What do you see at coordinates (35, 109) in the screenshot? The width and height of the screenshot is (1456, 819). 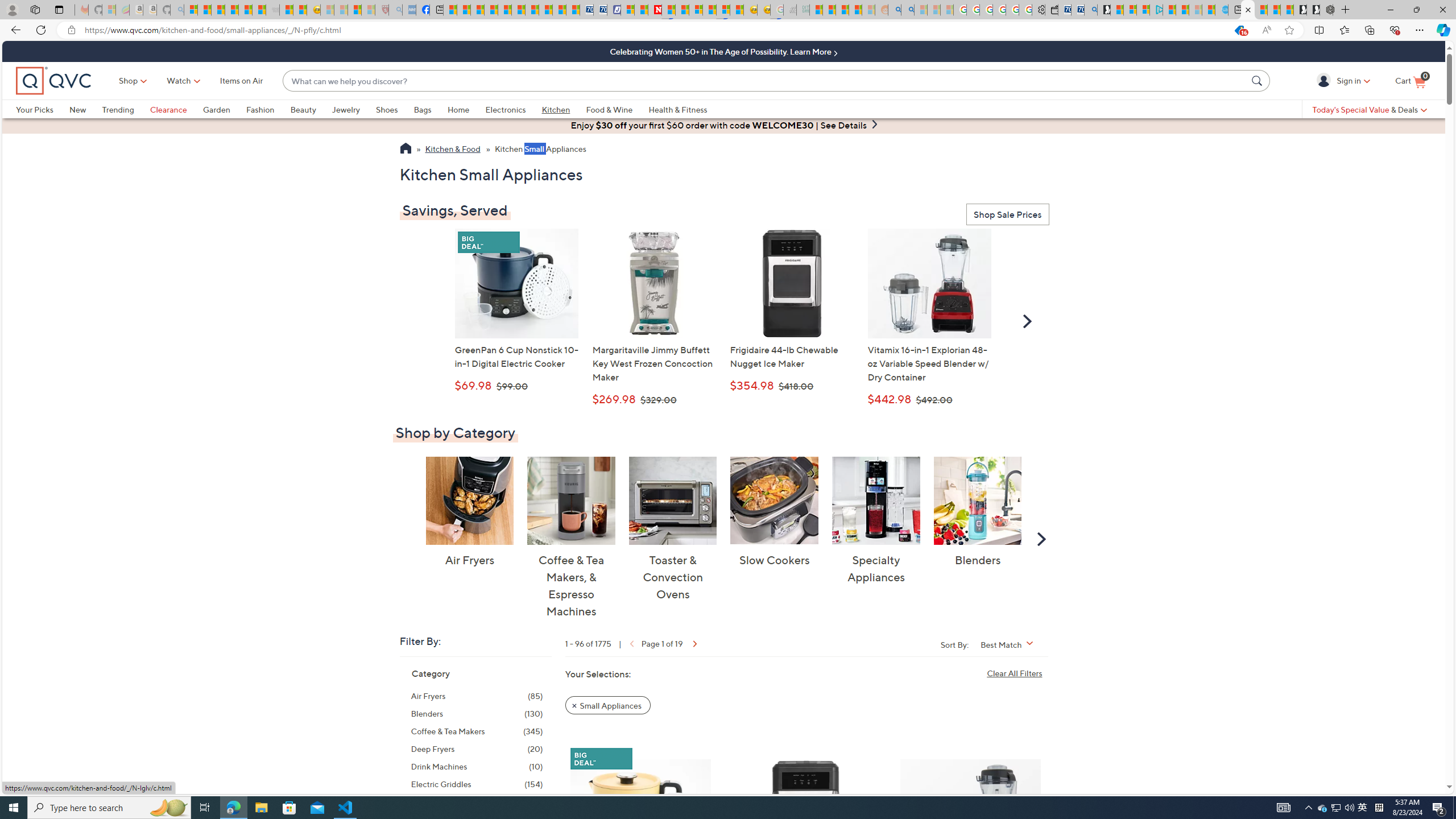 I see `'Your Picks'` at bounding box center [35, 109].